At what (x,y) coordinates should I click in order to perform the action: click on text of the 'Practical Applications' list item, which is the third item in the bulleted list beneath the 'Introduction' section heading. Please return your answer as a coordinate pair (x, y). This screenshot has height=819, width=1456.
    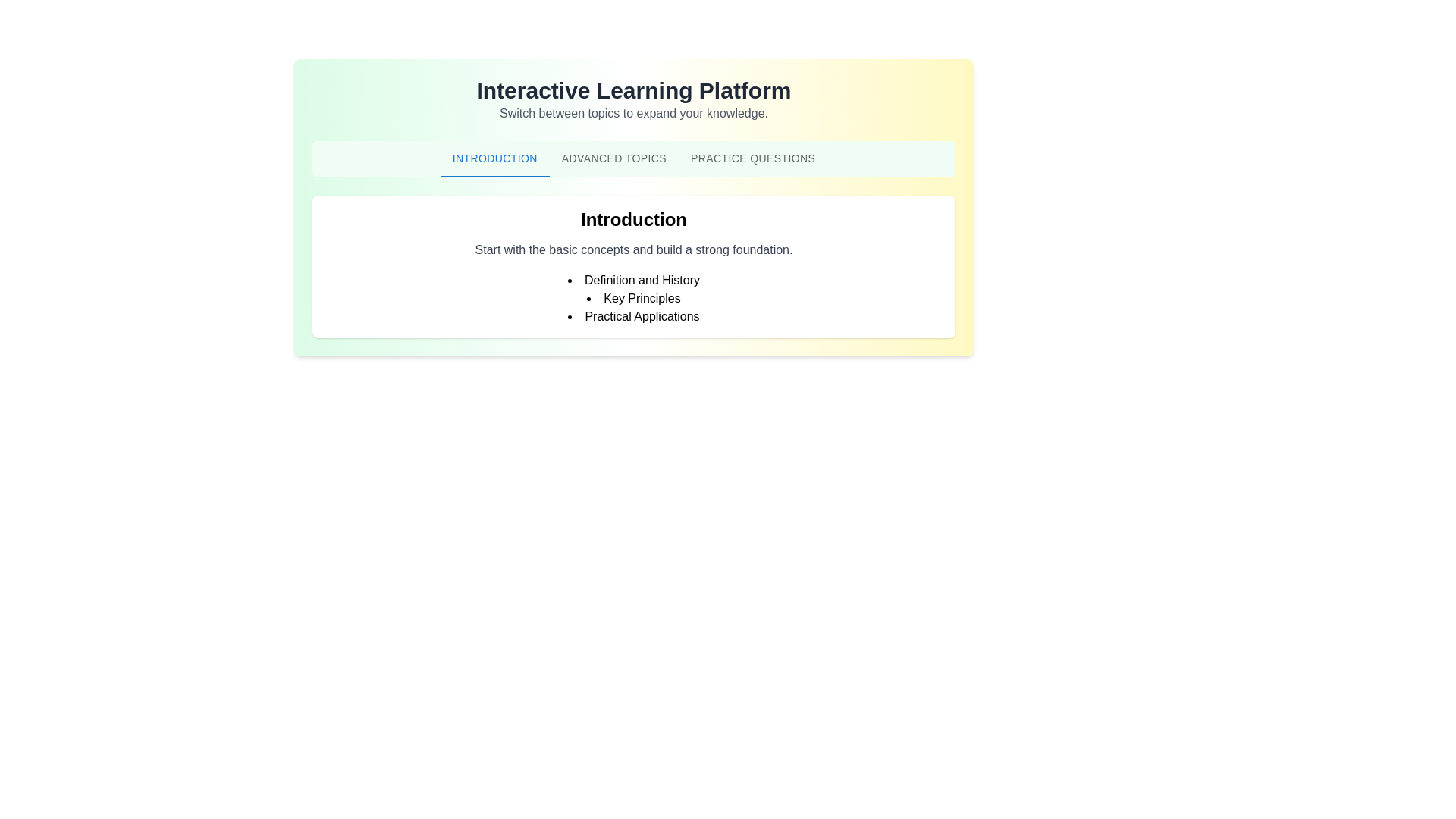
    Looking at the image, I should click on (633, 315).